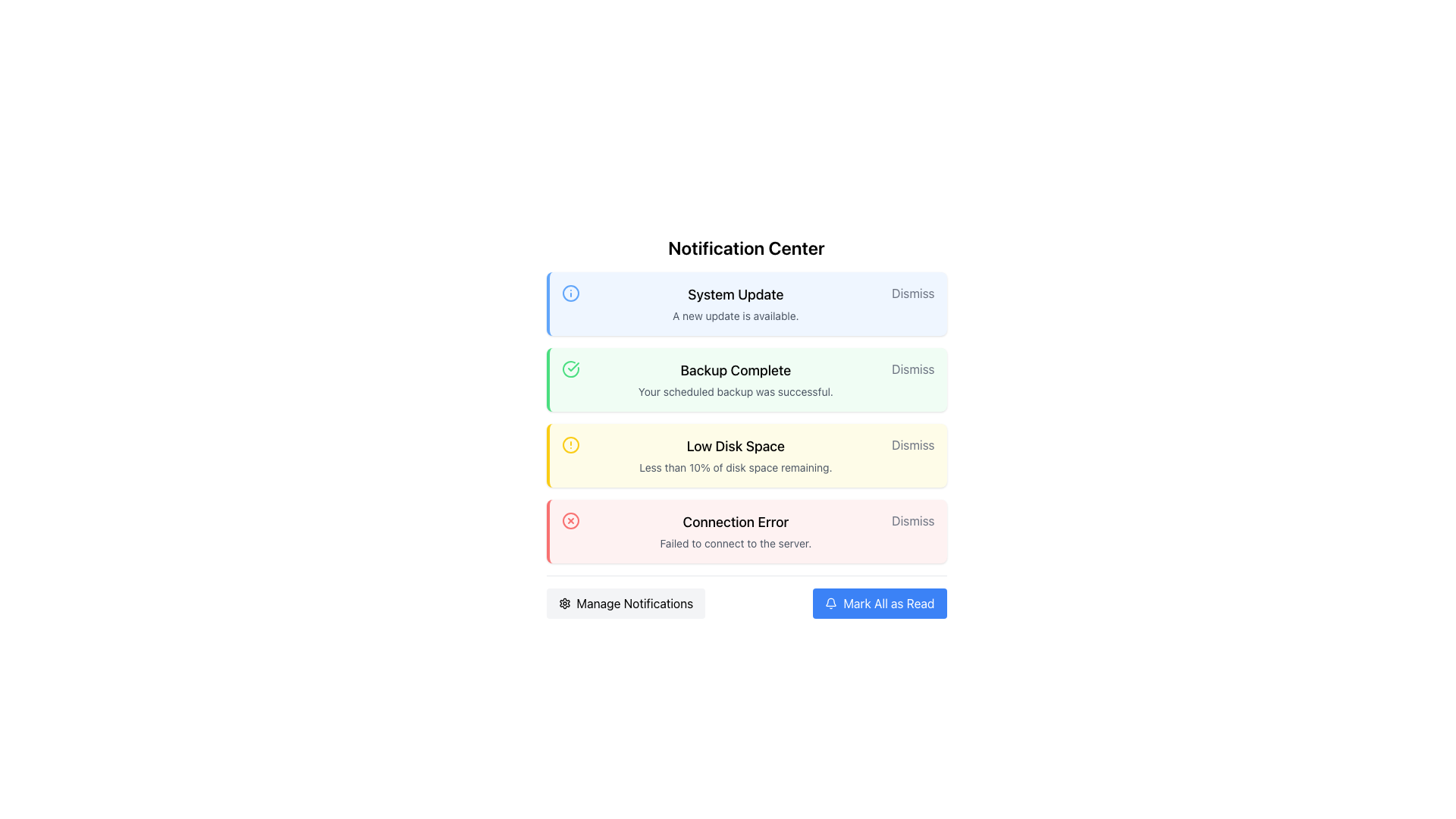  I want to click on the 'Dismiss' button in the bottom-right section of the 'Connection Error' notification card to trigger the hover effect, so click(912, 519).